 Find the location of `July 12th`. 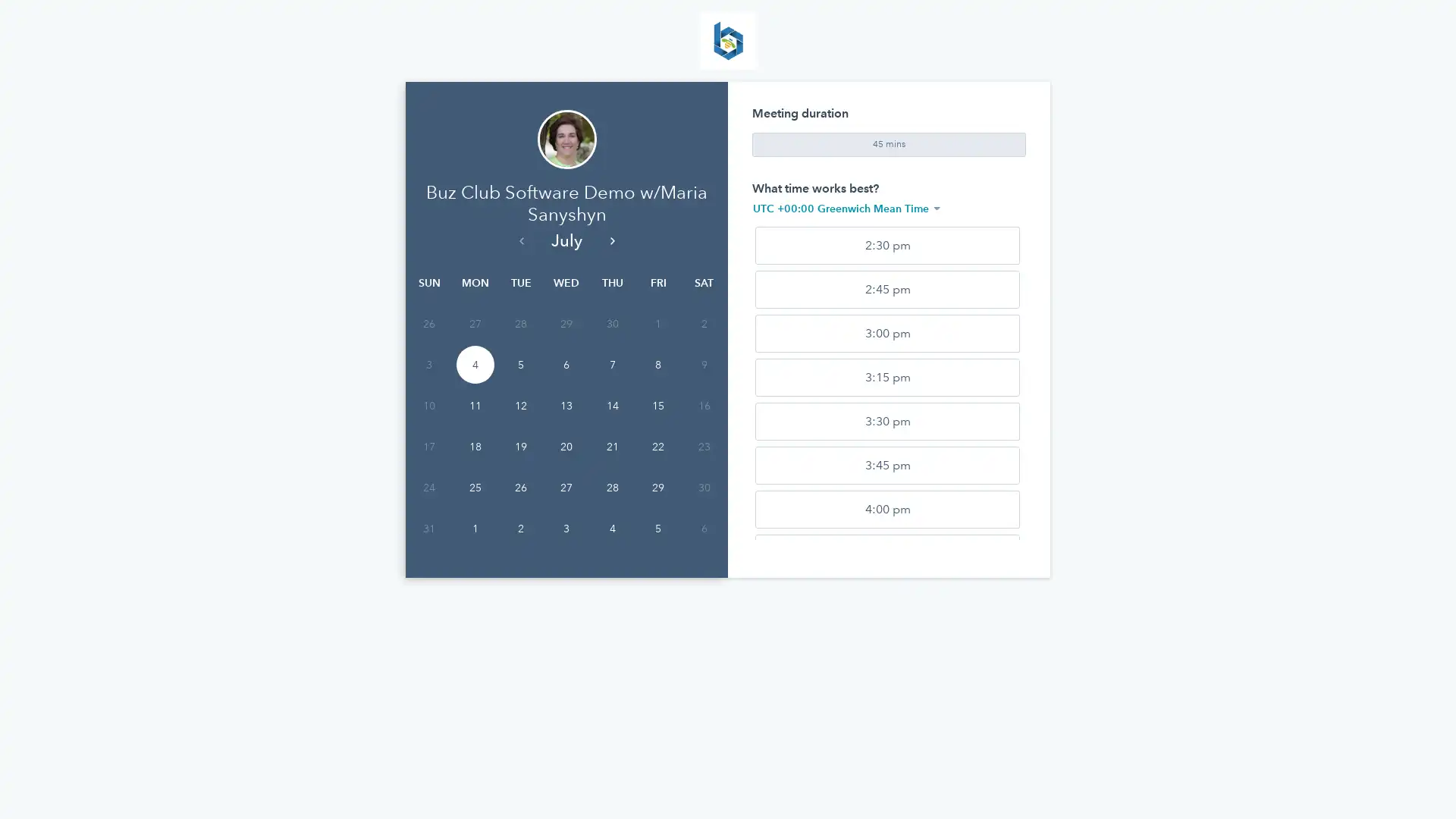

July 12th is located at coordinates (520, 405).